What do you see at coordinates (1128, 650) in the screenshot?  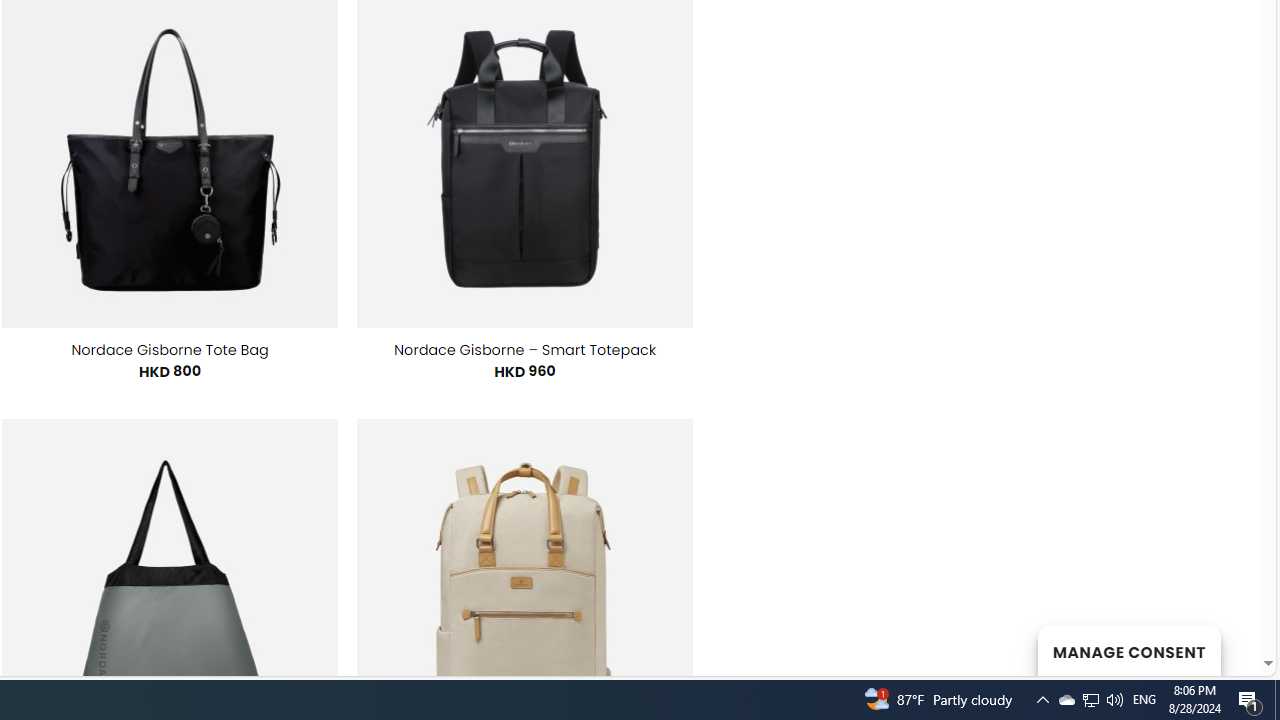 I see `'MANAGE CONSENT'` at bounding box center [1128, 650].